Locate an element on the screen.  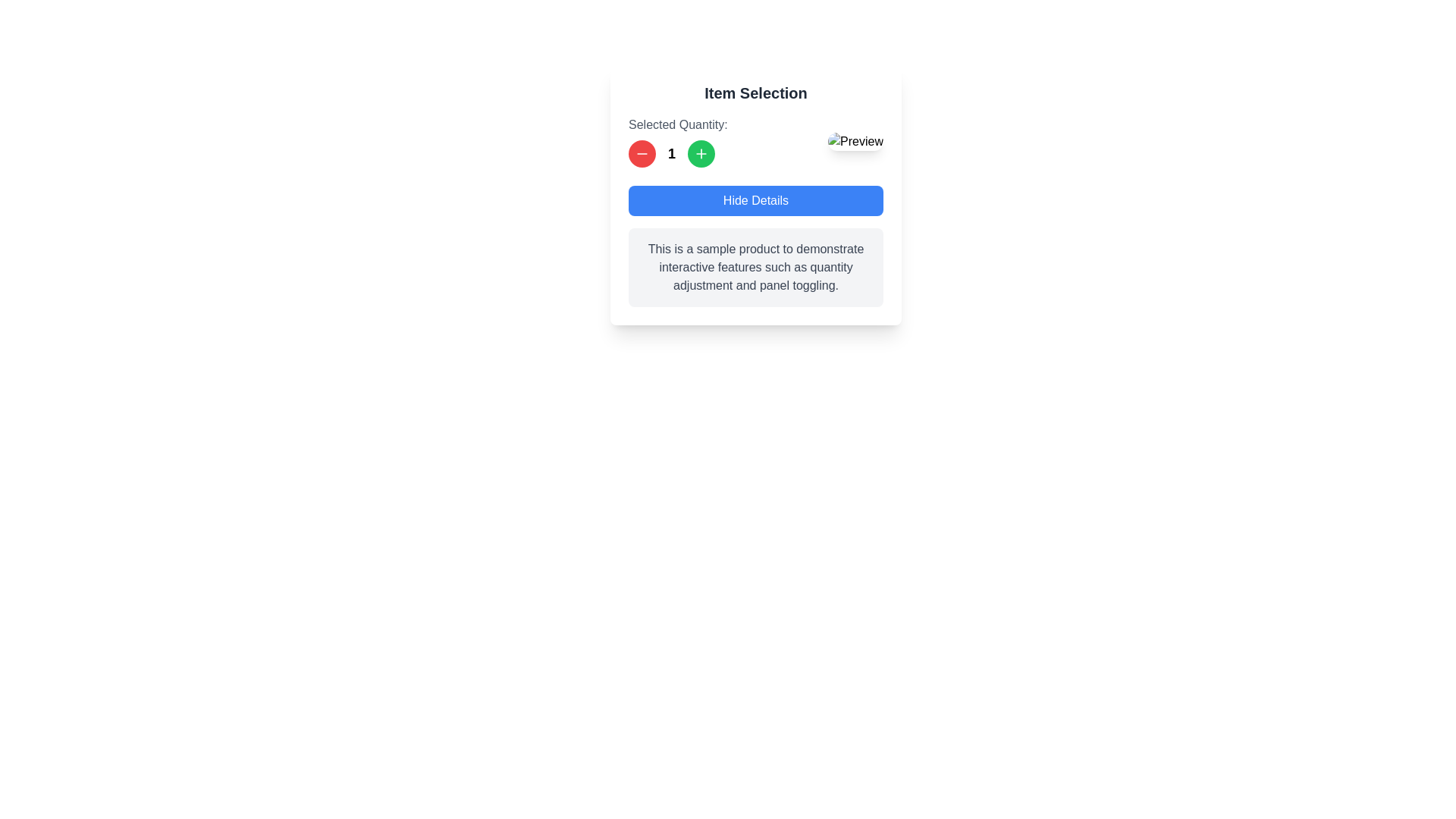
the decrement button located to the left of the quantity value '1' in the 'Selected Quantity' section to reduce the selected quantity by one is located at coordinates (642, 154).